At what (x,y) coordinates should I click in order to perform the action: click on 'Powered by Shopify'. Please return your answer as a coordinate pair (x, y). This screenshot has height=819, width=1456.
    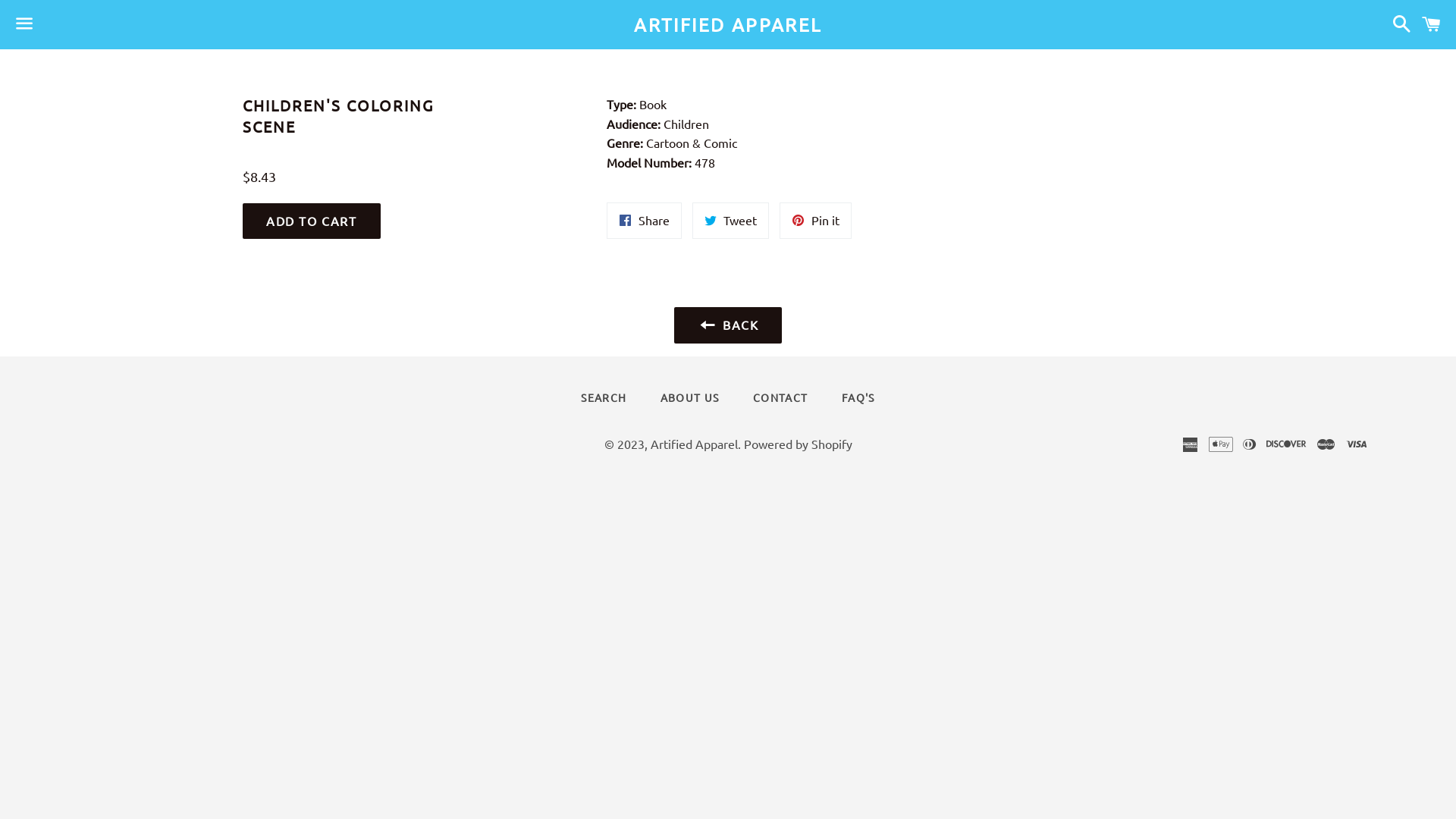
    Looking at the image, I should click on (796, 444).